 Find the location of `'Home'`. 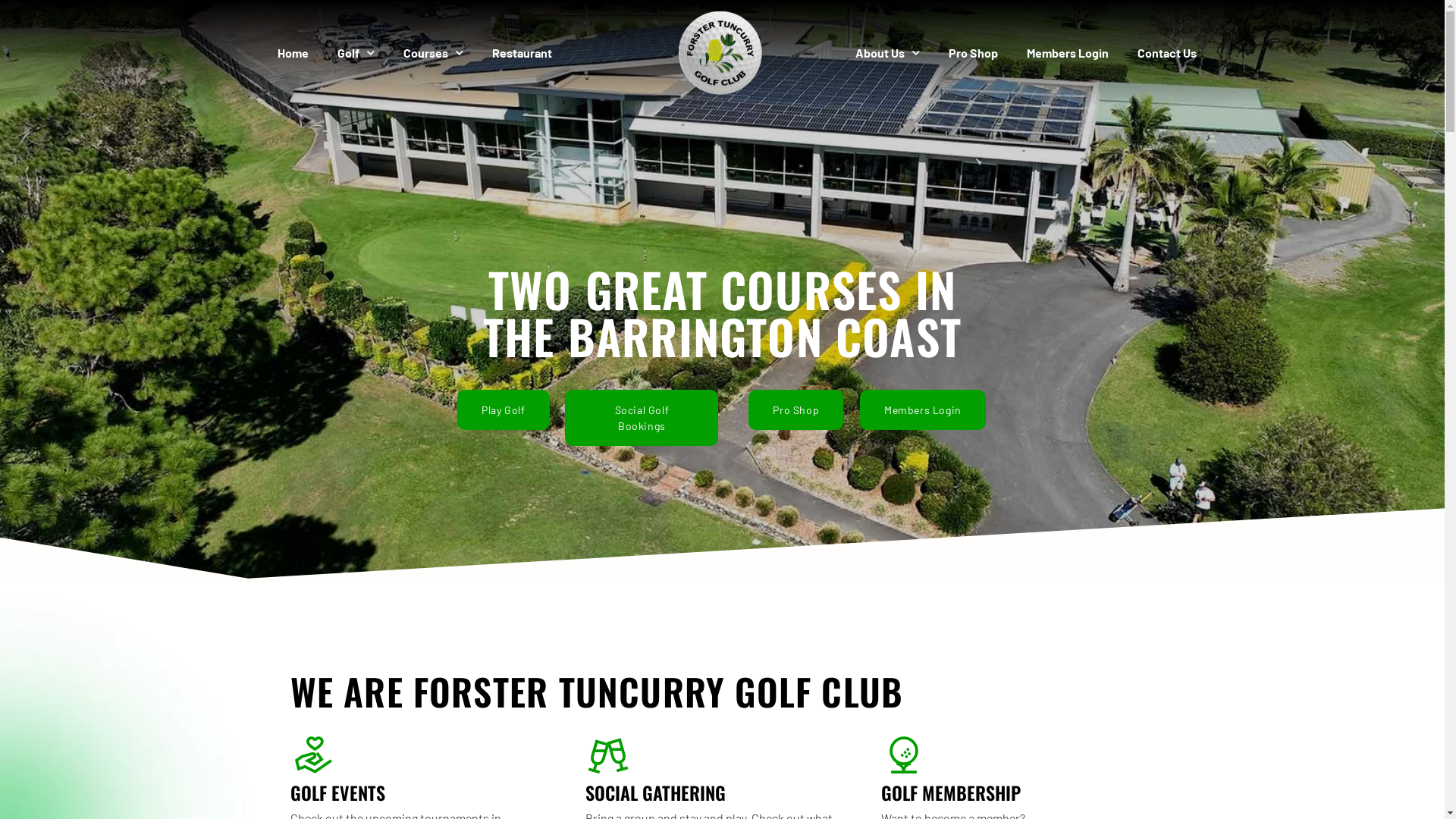

'Home' is located at coordinates (293, 52).